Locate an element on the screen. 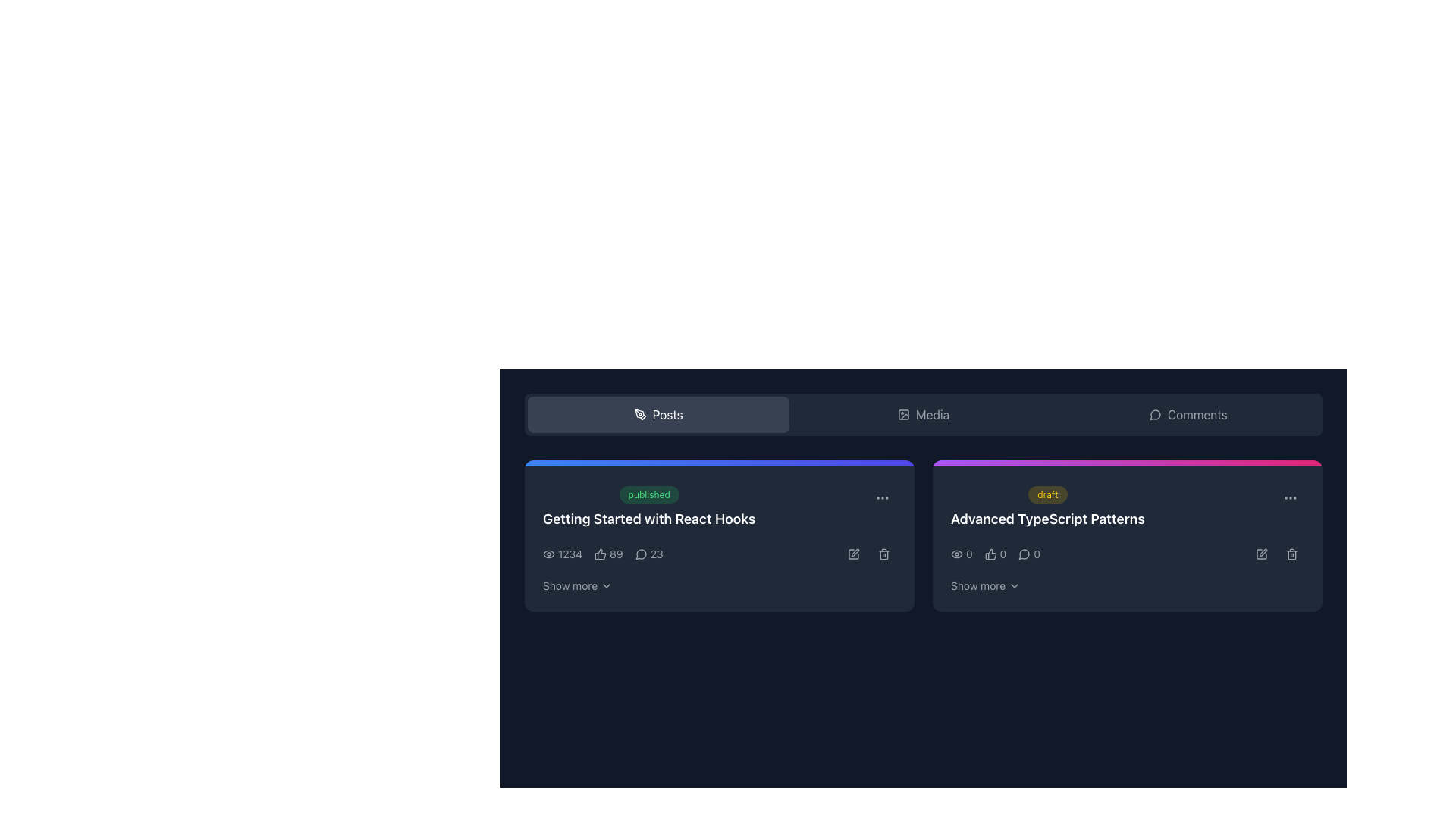  the rounded rectangle badge with a green background and lighter green text reading 'published', located above the title 'Getting Started with React Hooks' is located at coordinates (649, 494).